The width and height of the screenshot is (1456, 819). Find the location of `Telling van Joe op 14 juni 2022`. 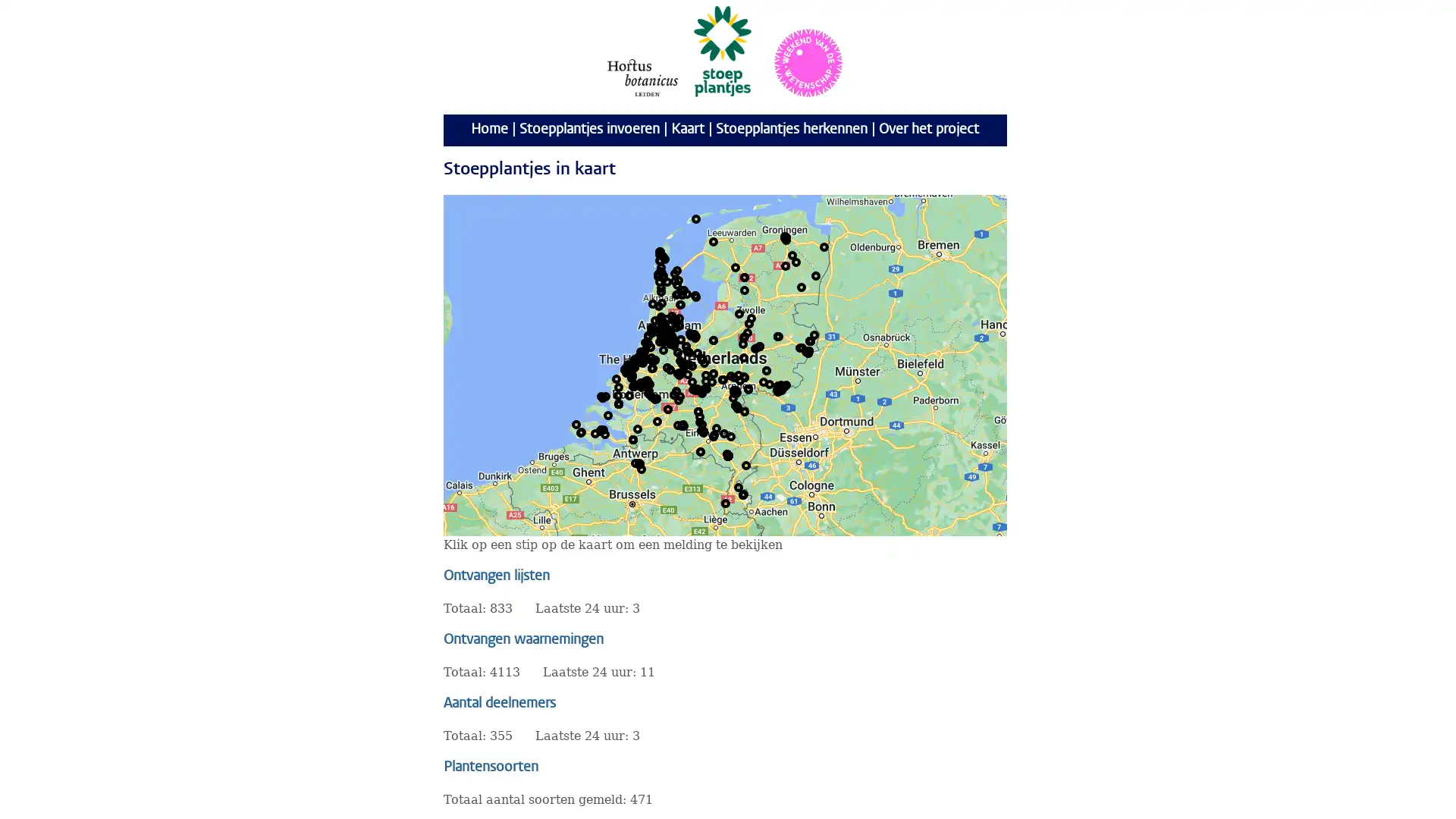

Telling van Joe op 14 juni 2022 is located at coordinates (814, 275).